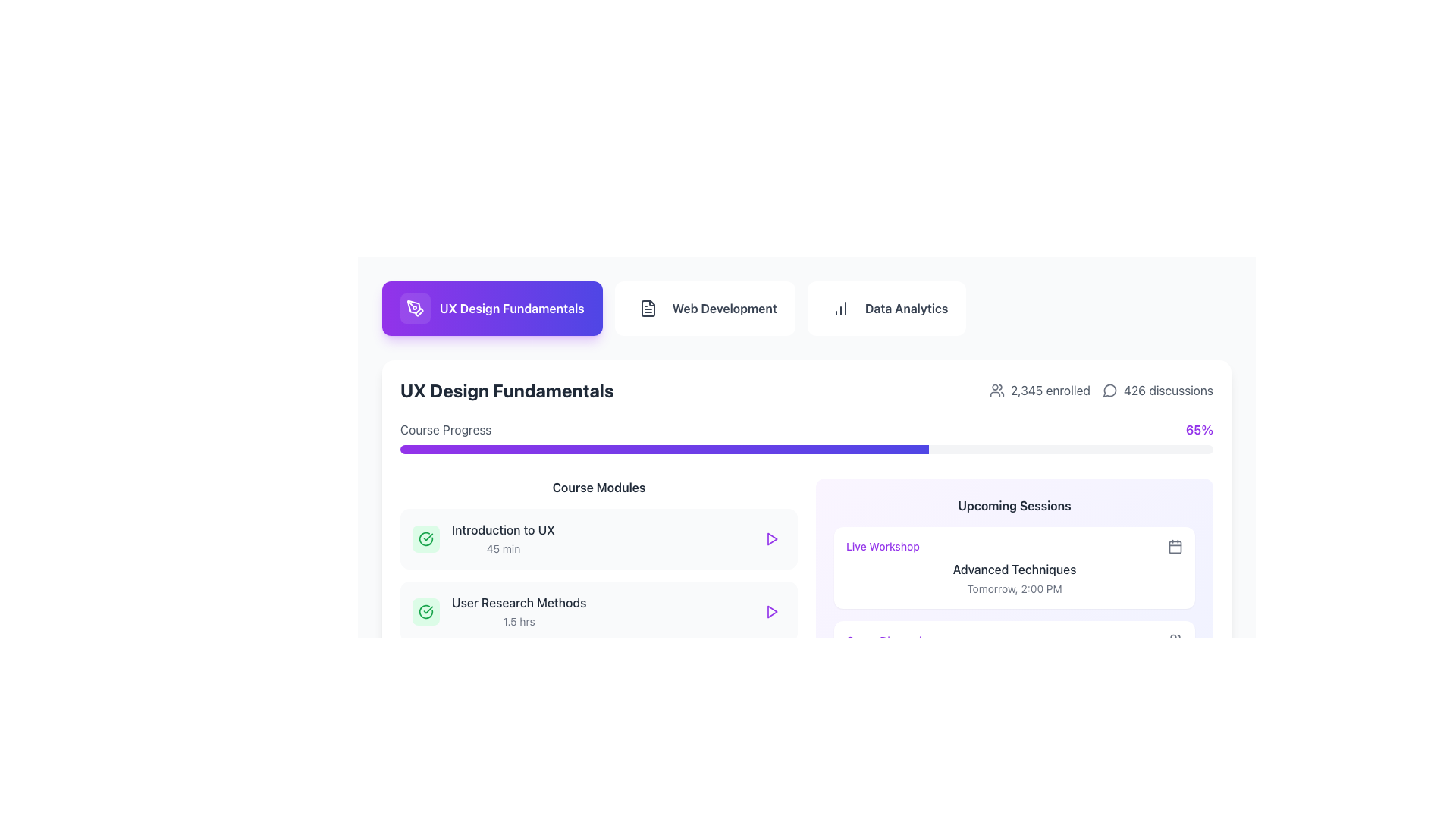 The width and height of the screenshot is (1456, 819). Describe the element at coordinates (839, 308) in the screenshot. I see `the data analytics icon located centrally within a group of three similar icons` at that location.